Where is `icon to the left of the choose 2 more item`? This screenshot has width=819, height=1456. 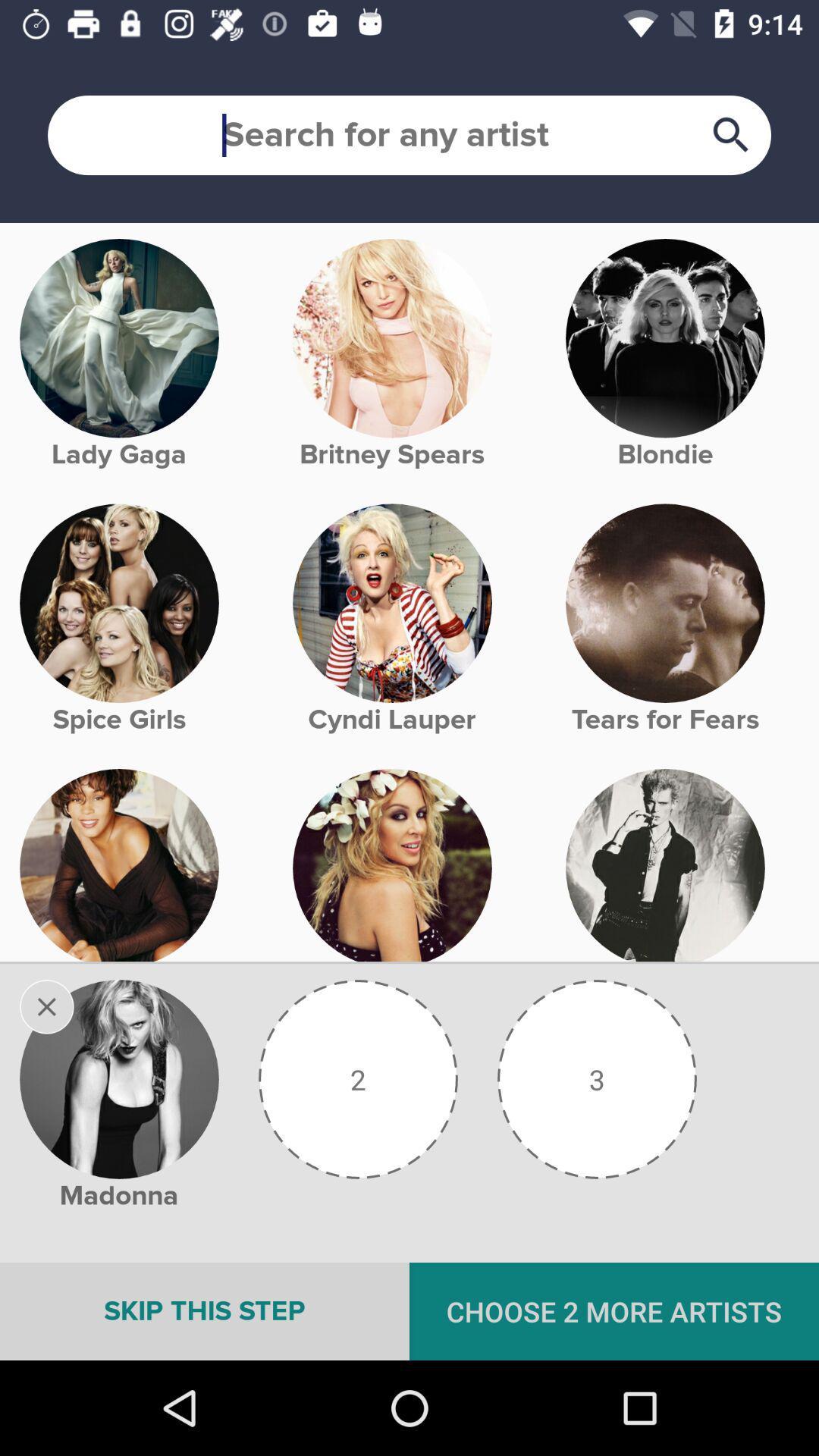 icon to the left of the choose 2 more item is located at coordinates (205, 1310).